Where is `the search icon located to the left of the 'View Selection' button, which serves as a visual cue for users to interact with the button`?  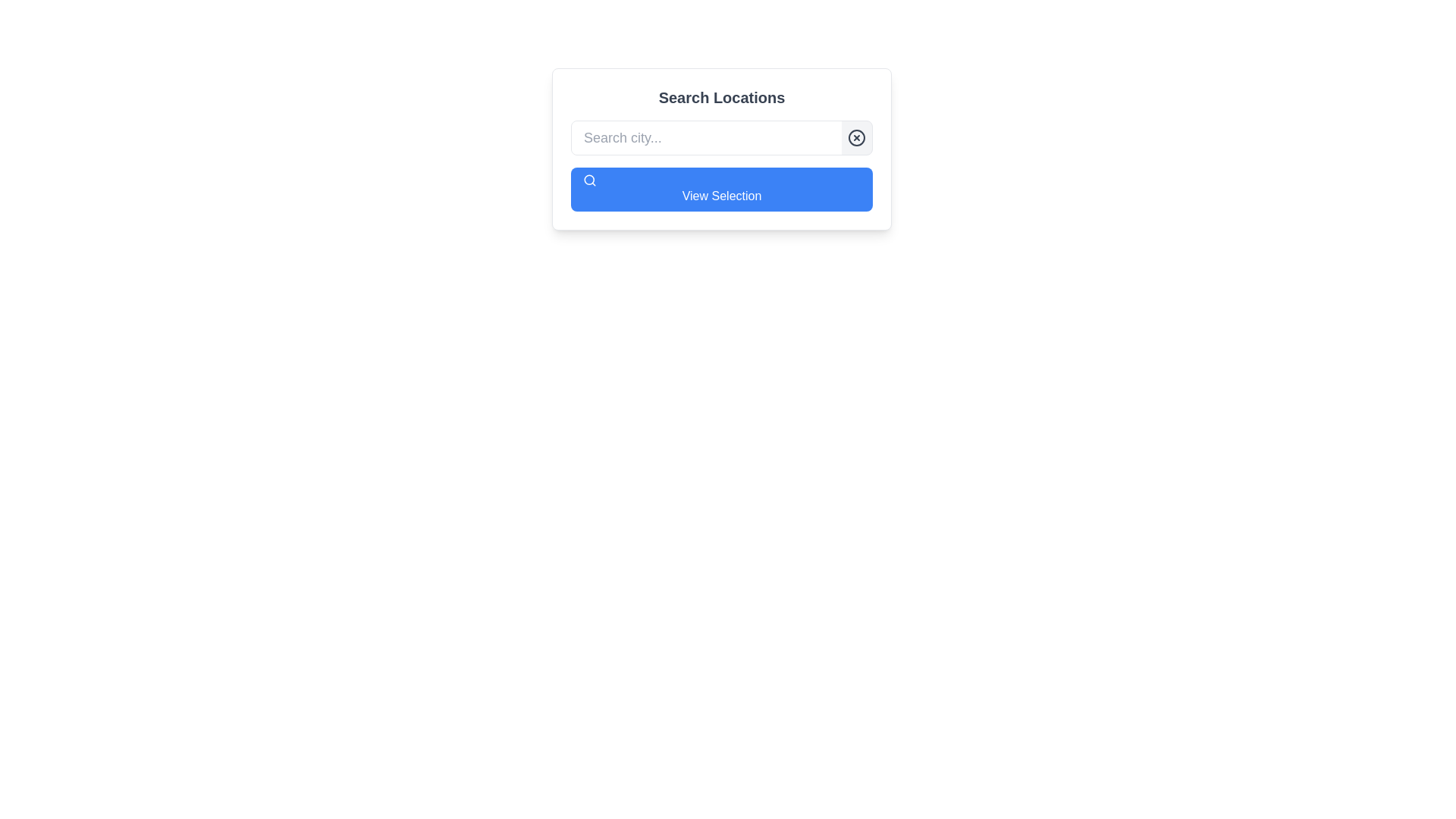 the search icon located to the left of the 'View Selection' button, which serves as a visual cue for users to interact with the button is located at coordinates (588, 180).